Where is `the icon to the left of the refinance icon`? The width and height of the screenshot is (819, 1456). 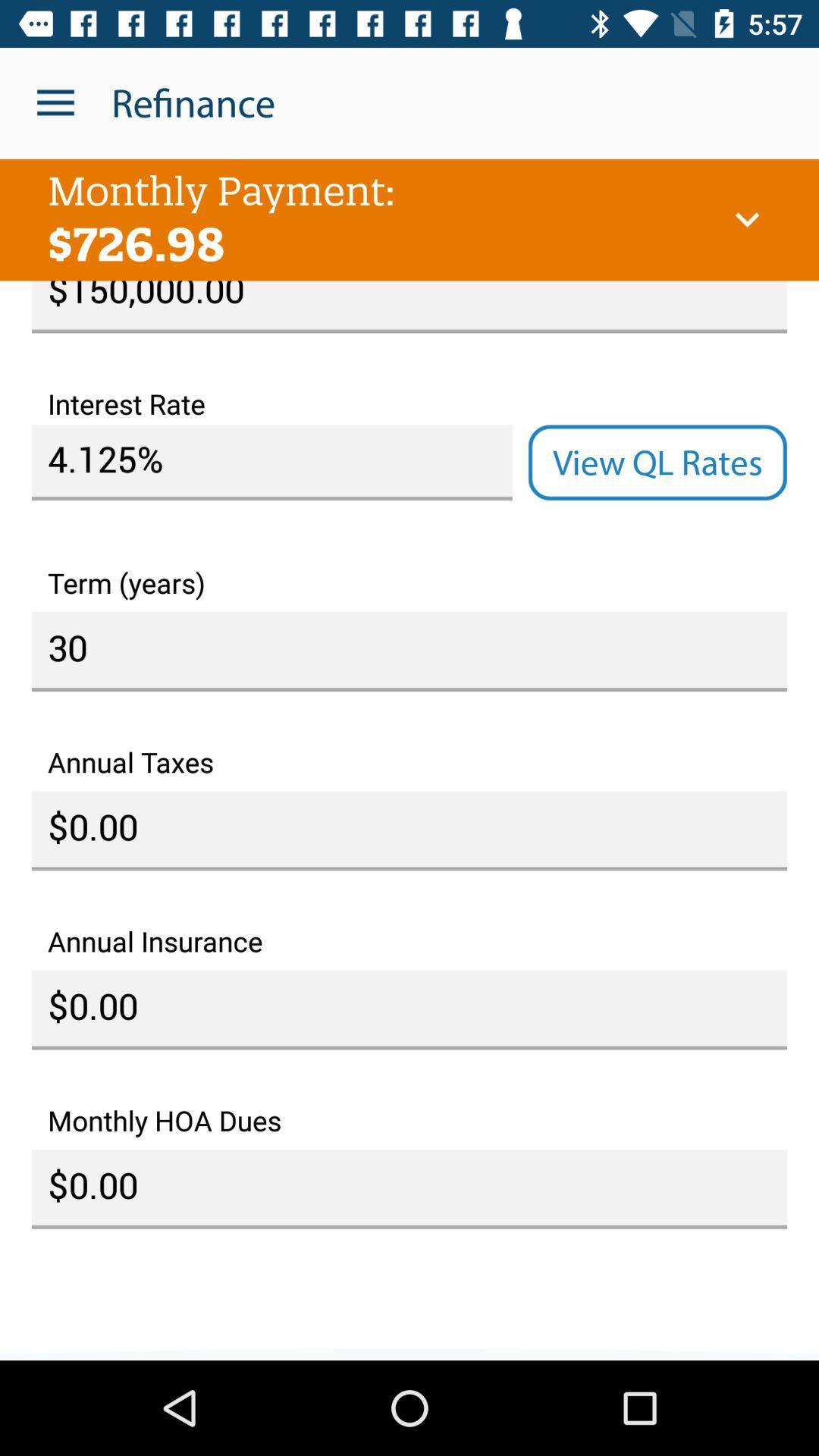 the icon to the left of the refinance icon is located at coordinates (55, 102).